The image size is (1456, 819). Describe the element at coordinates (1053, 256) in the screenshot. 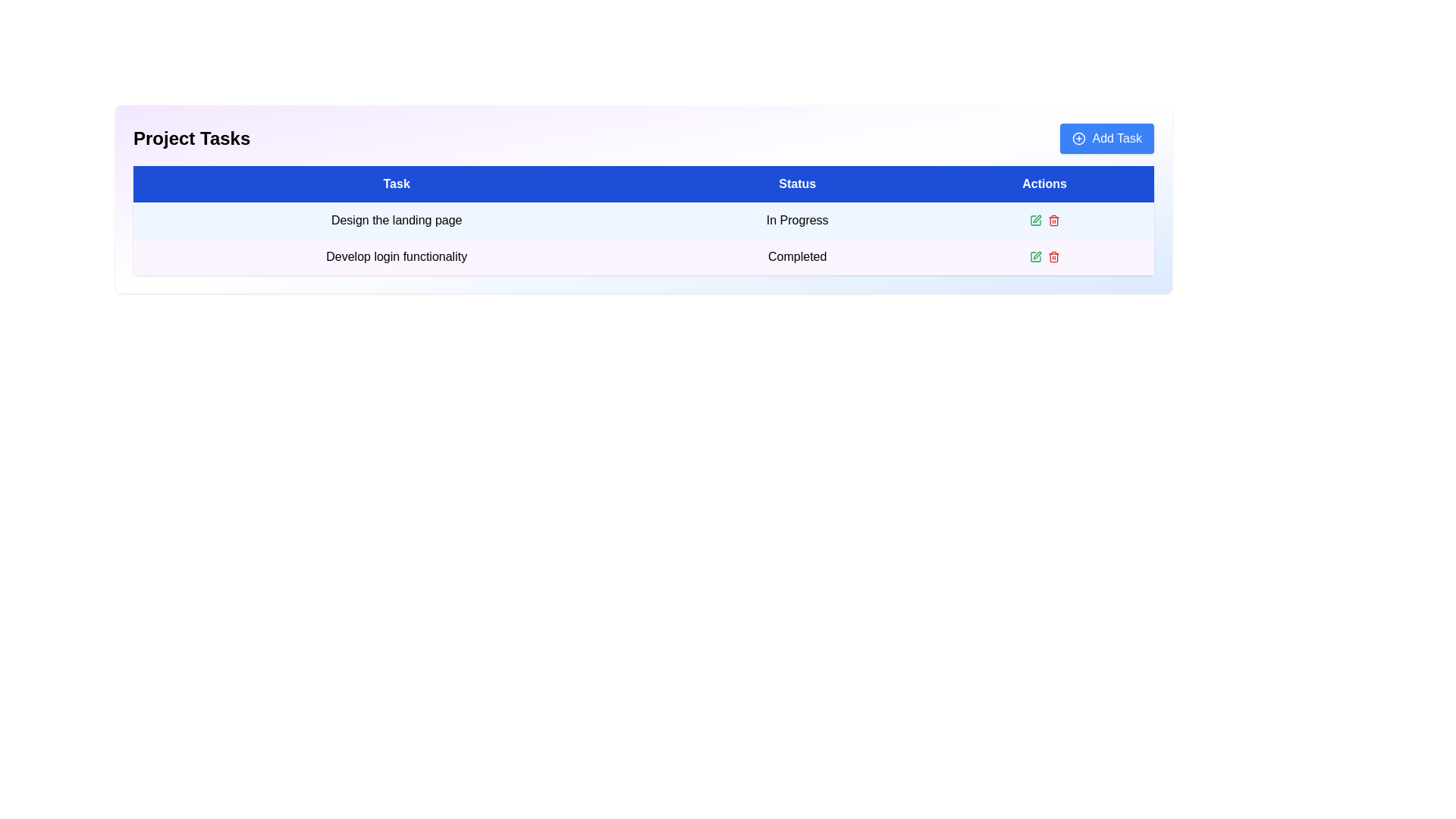

I see `the delete icon button located in the 'Actions' column of the 'Develop login functionality' row` at that location.